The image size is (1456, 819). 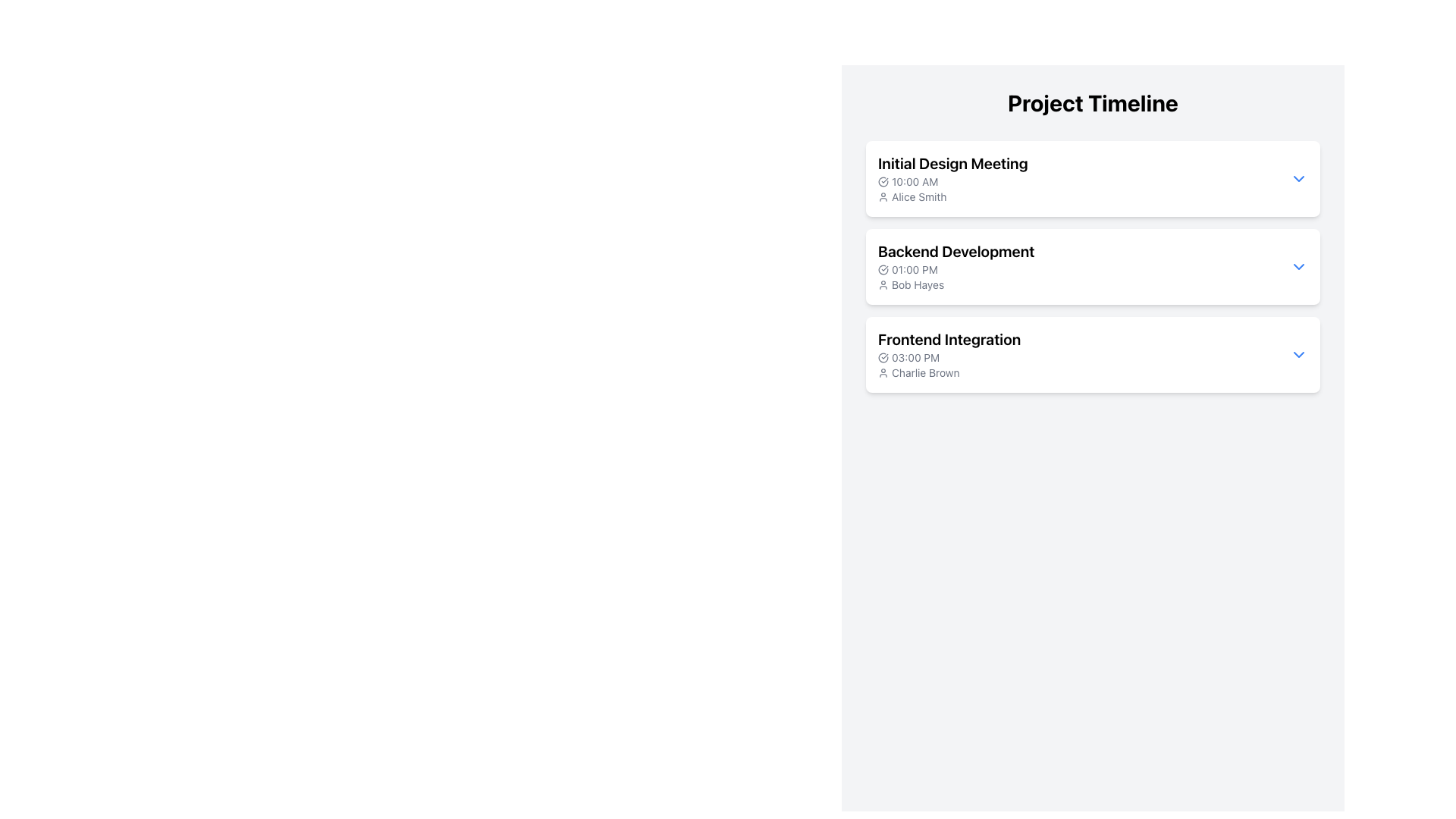 I want to click on text element indicating the subject or event name ('Backend Development'), which is the title of the second card in a vertical list of similar components, so click(x=955, y=250).